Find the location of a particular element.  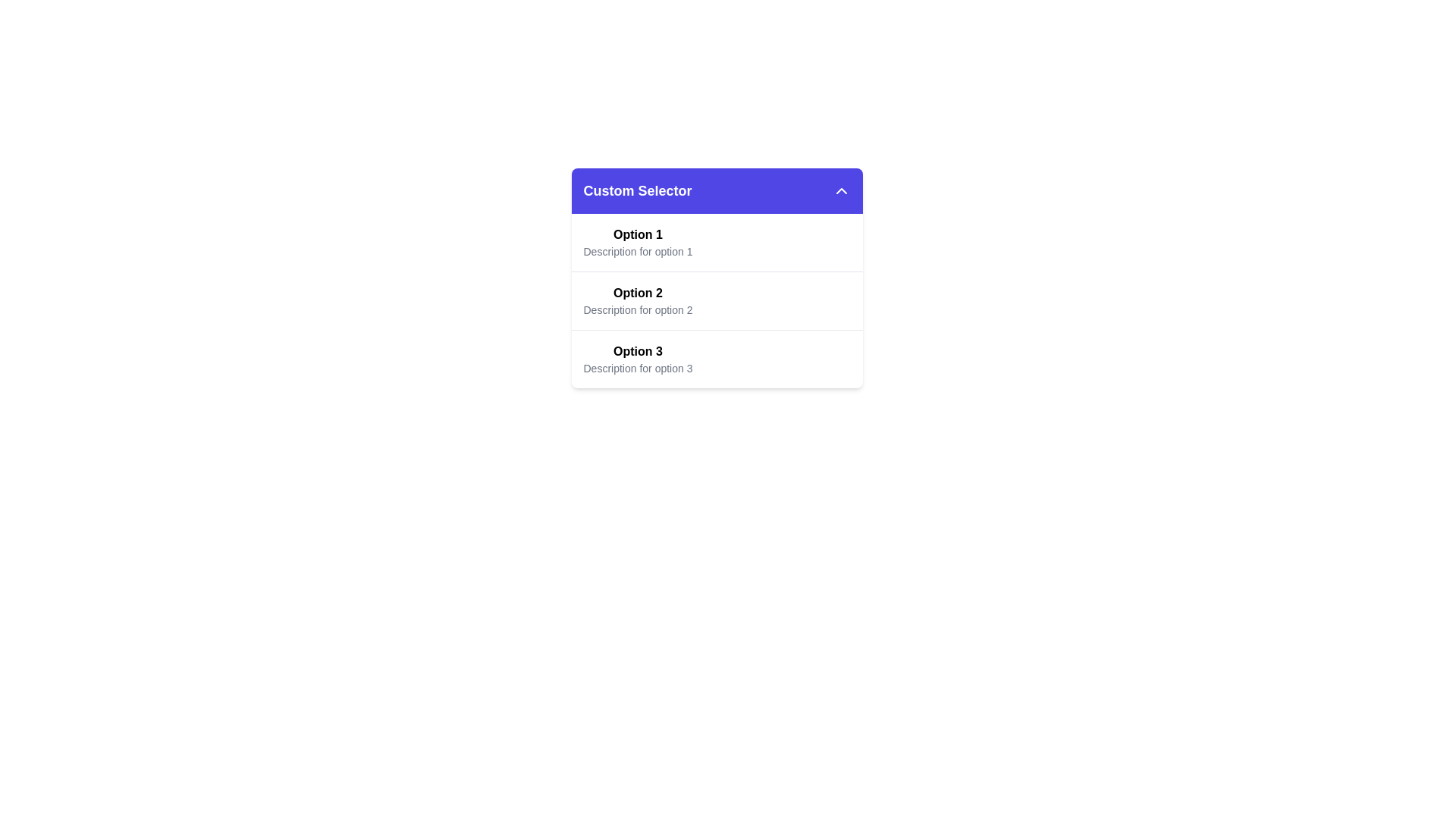

the static text label reading 'Description for option 1' which is located beneath the bolded text 'Option 1' in the dropdown menu is located at coordinates (638, 250).